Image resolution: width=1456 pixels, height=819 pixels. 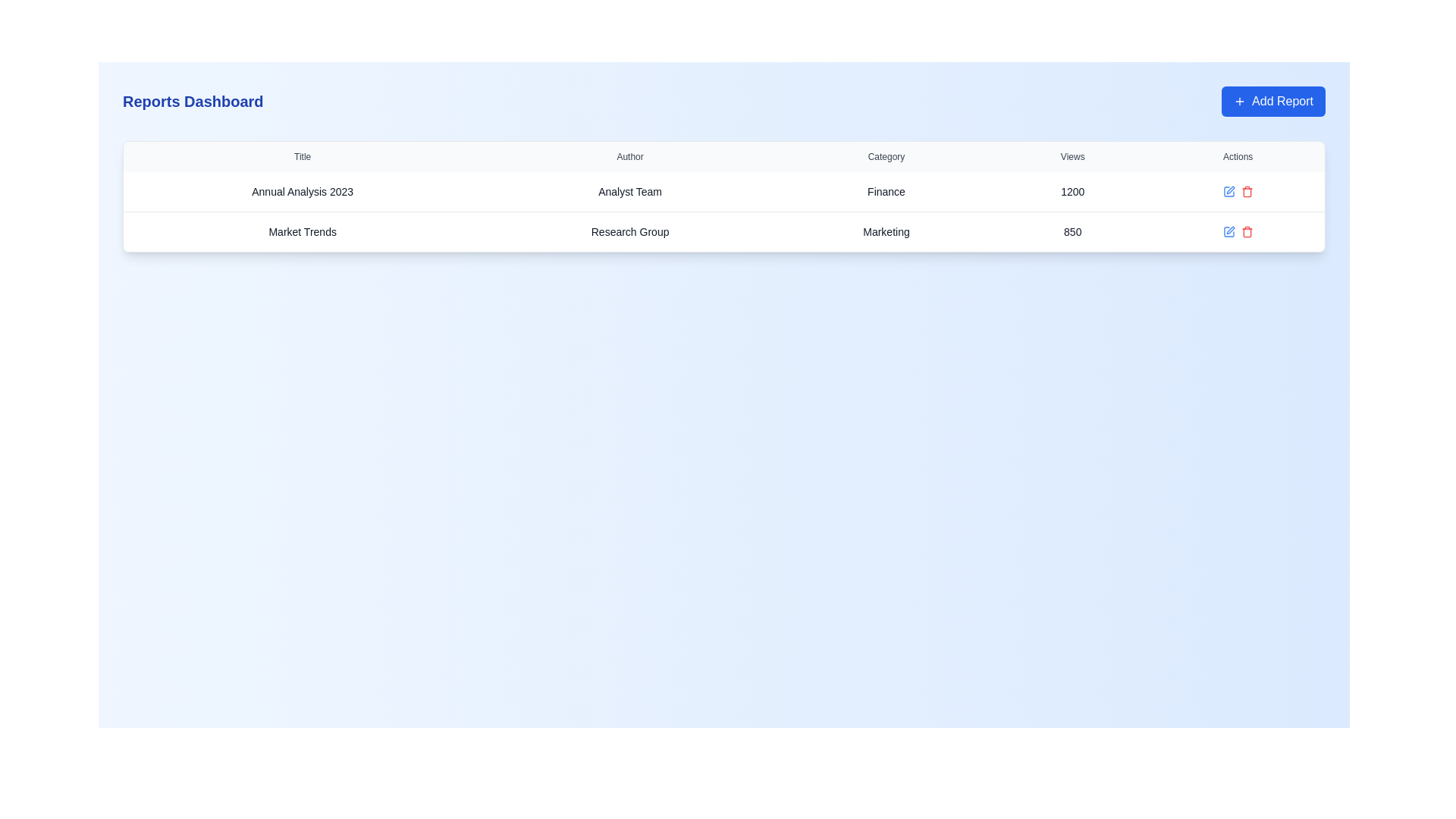 What do you see at coordinates (886, 231) in the screenshot?
I see `text of the 'Marketing' label located in the 'Category' column of the second row of the table, styled in a small-sized gray font` at bounding box center [886, 231].